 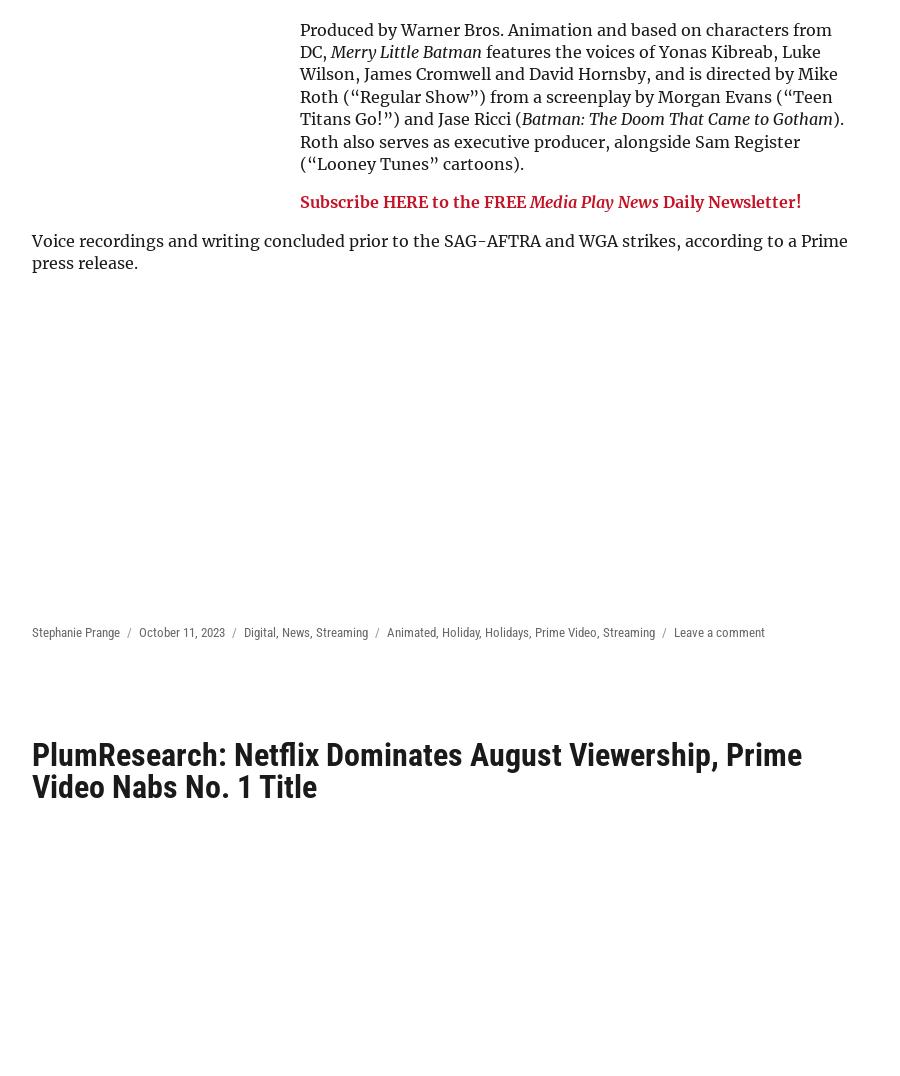 I want to click on 'Leave a comment', so click(x=718, y=630).